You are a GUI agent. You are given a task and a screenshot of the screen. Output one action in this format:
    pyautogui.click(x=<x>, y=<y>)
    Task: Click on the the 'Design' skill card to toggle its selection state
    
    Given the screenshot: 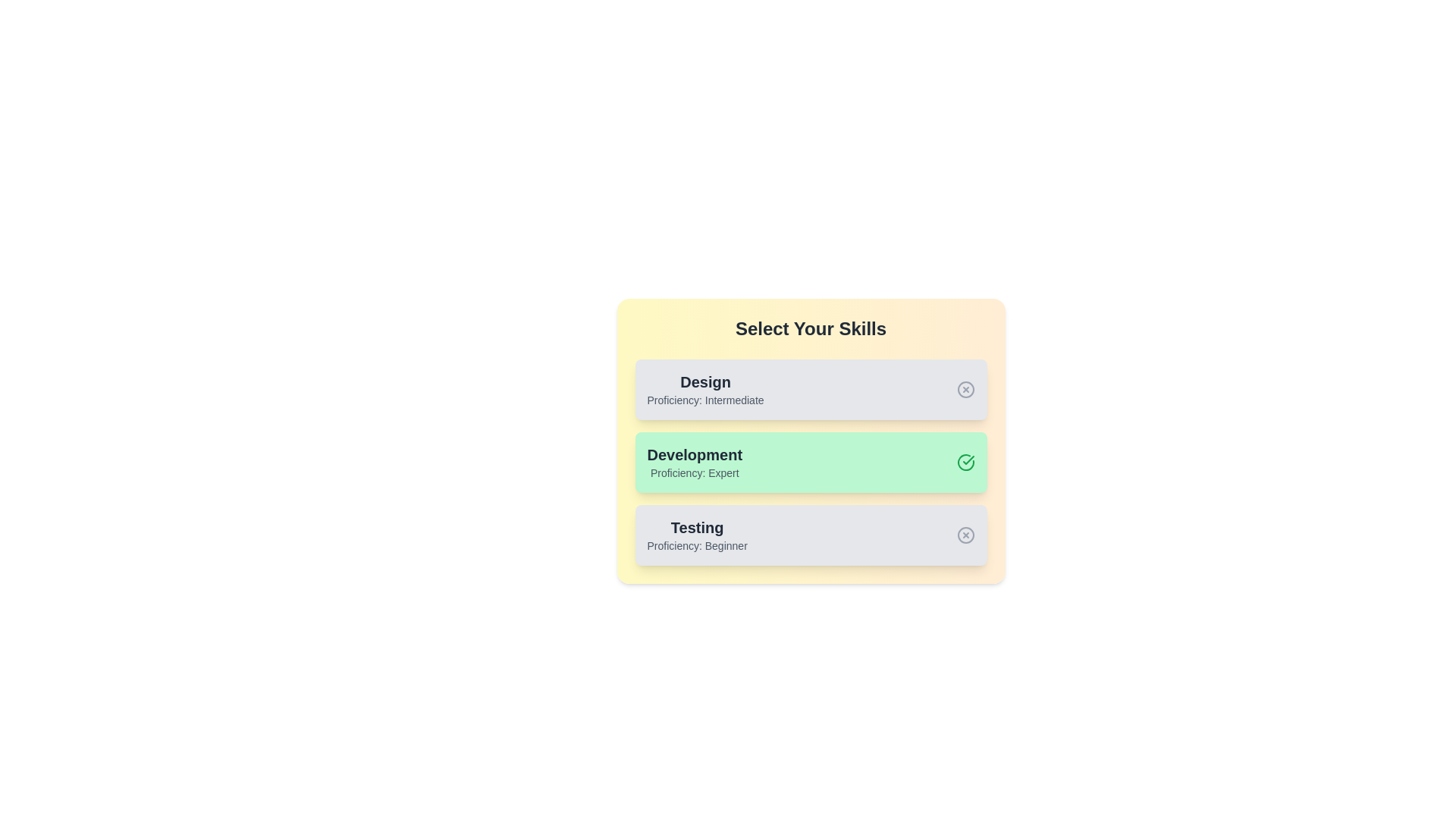 What is the action you would take?
    pyautogui.click(x=810, y=388)
    